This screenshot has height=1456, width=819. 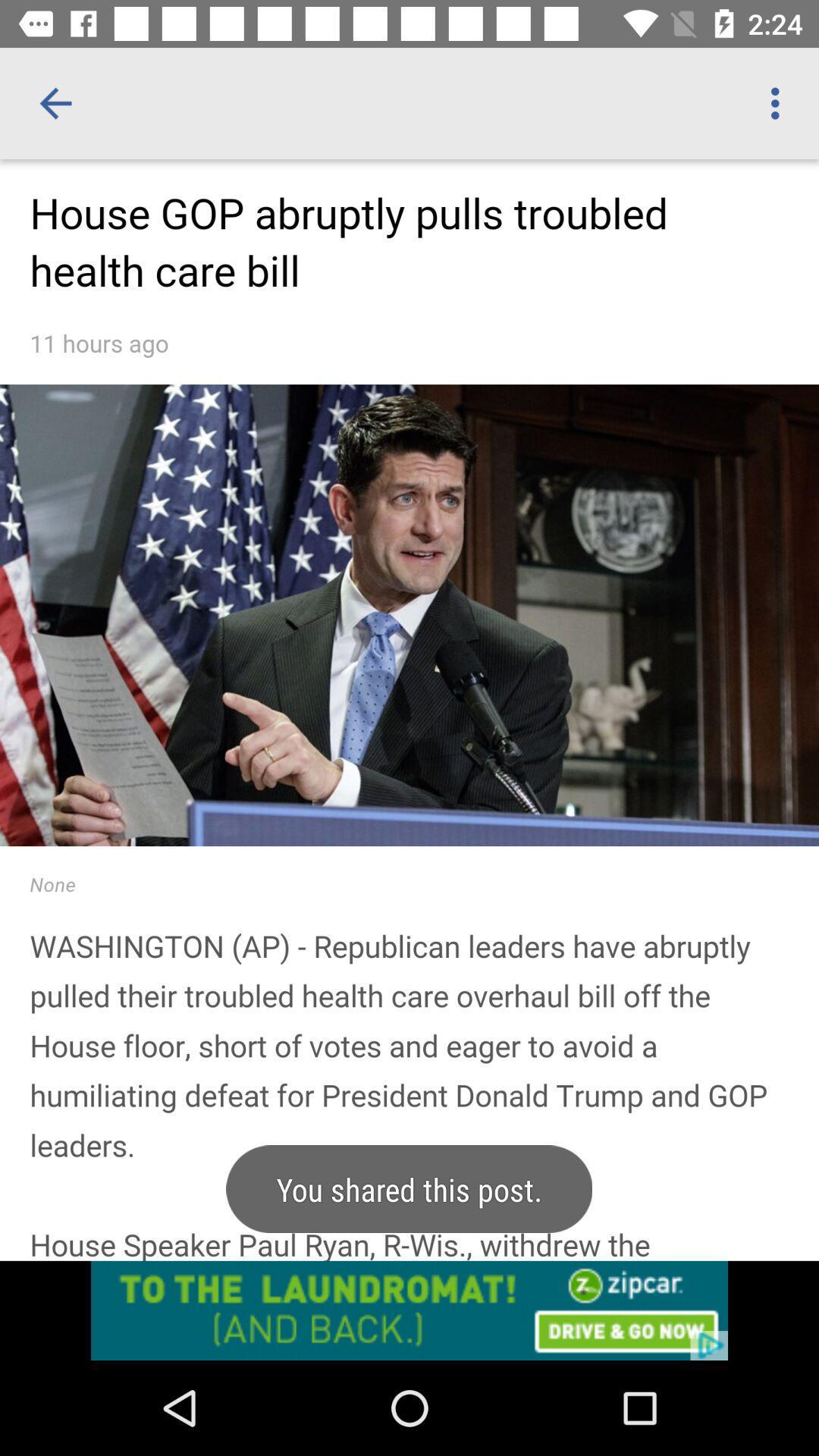 I want to click on advertisement for zipcar, so click(x=409, y=1310).